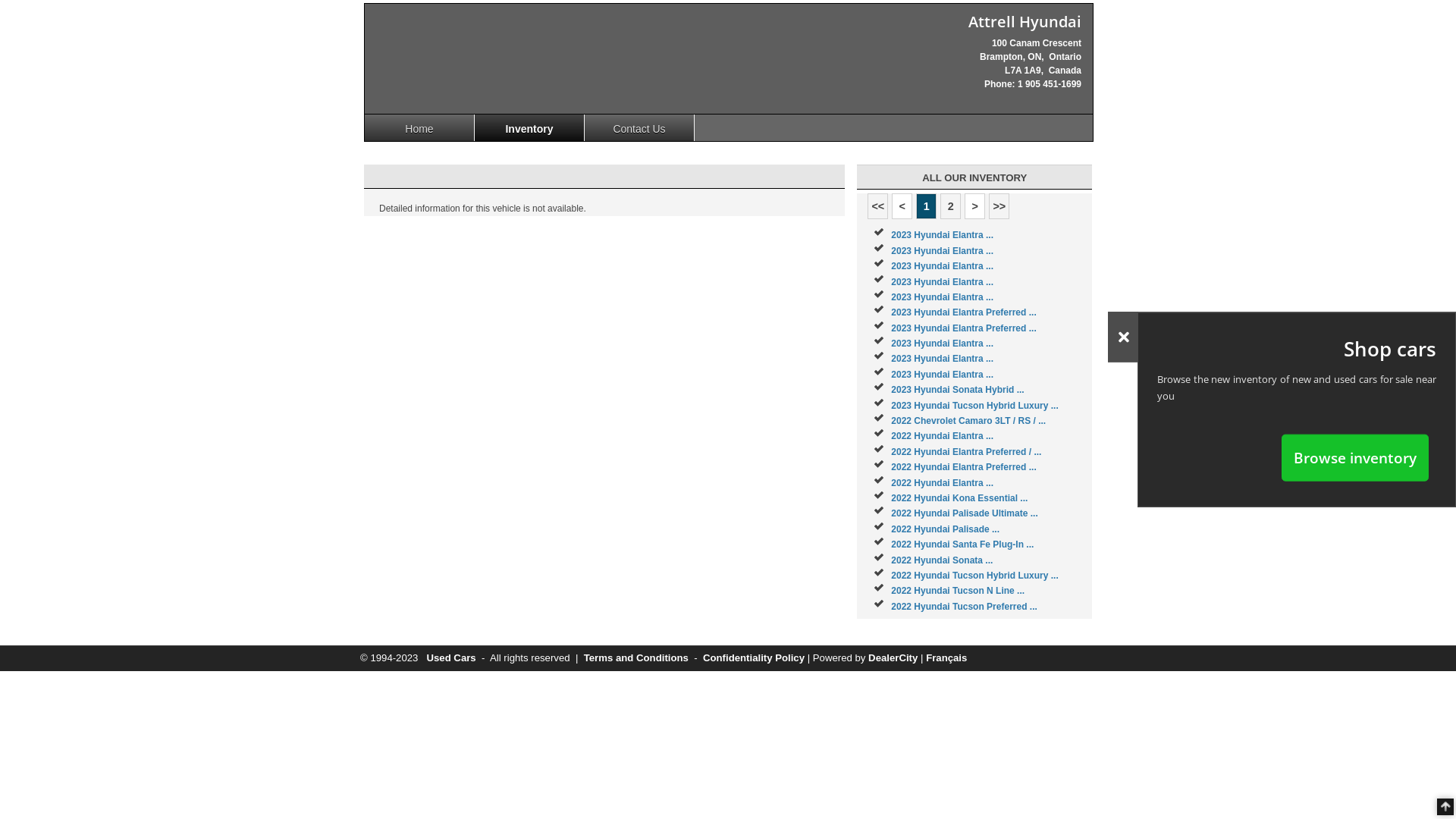 The image size is (1456, 819). Describe the element at coordinates (419, 127) in the screenshot. I see `'Home'` at that location.